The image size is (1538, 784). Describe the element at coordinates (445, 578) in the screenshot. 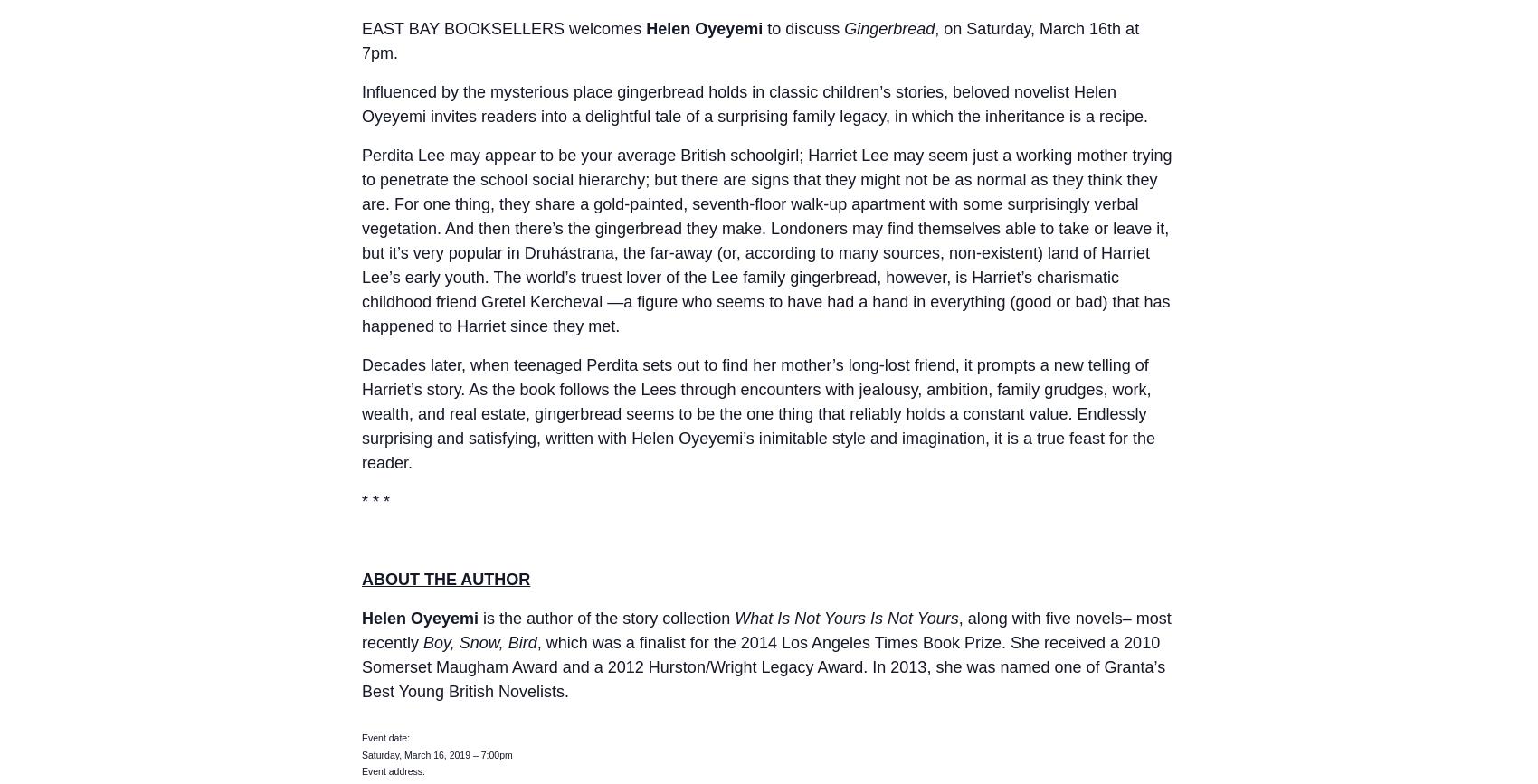

I see `'ABOUT THE AUTHOR'` at that location.